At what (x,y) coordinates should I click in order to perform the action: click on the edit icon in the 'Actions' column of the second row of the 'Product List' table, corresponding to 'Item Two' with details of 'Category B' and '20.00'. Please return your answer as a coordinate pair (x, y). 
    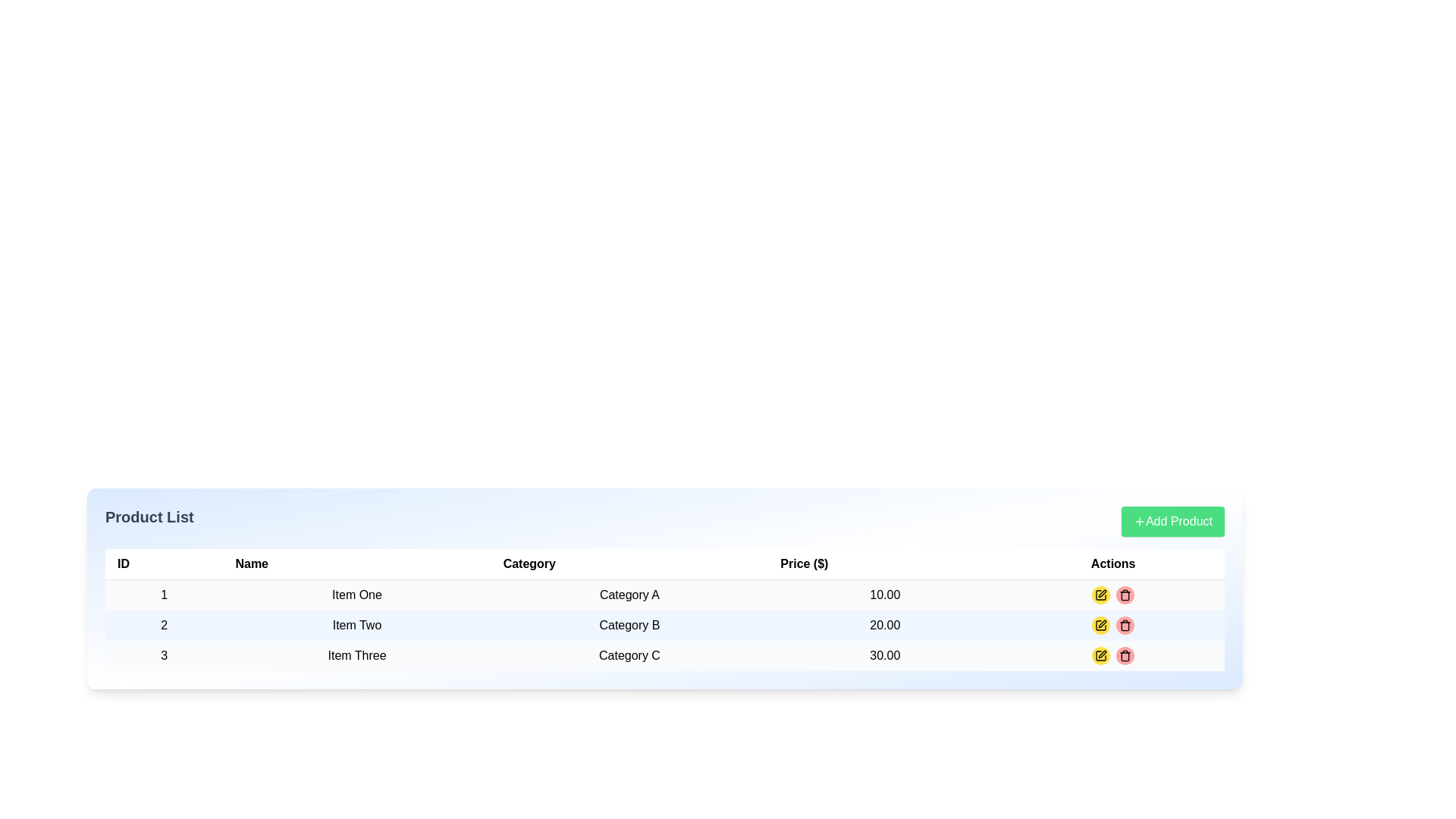
    Looking at the image, I should click on (1101, 626).